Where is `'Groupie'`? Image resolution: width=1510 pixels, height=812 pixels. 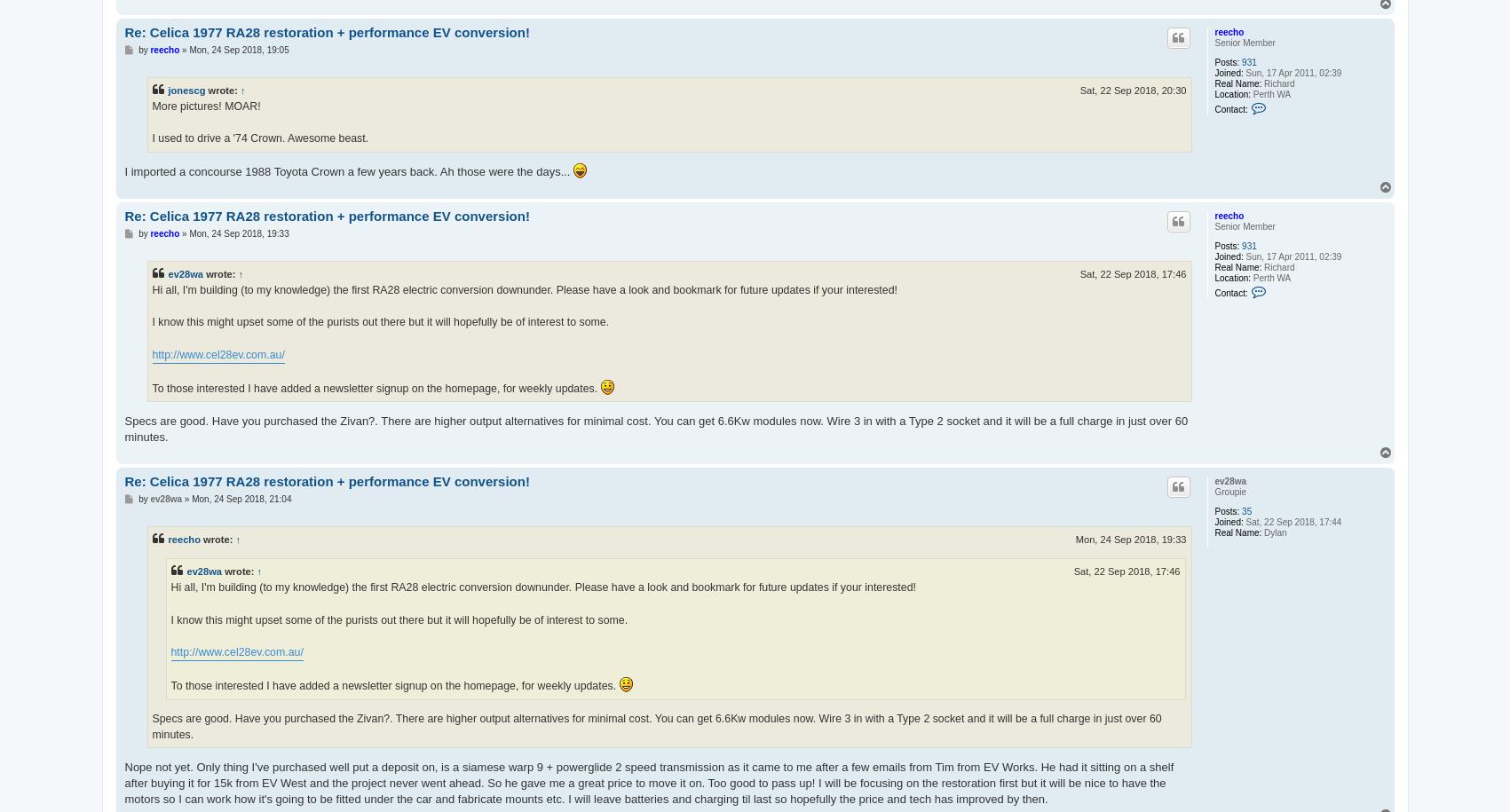 'Groupie' is located at coordinates (1229, 491).